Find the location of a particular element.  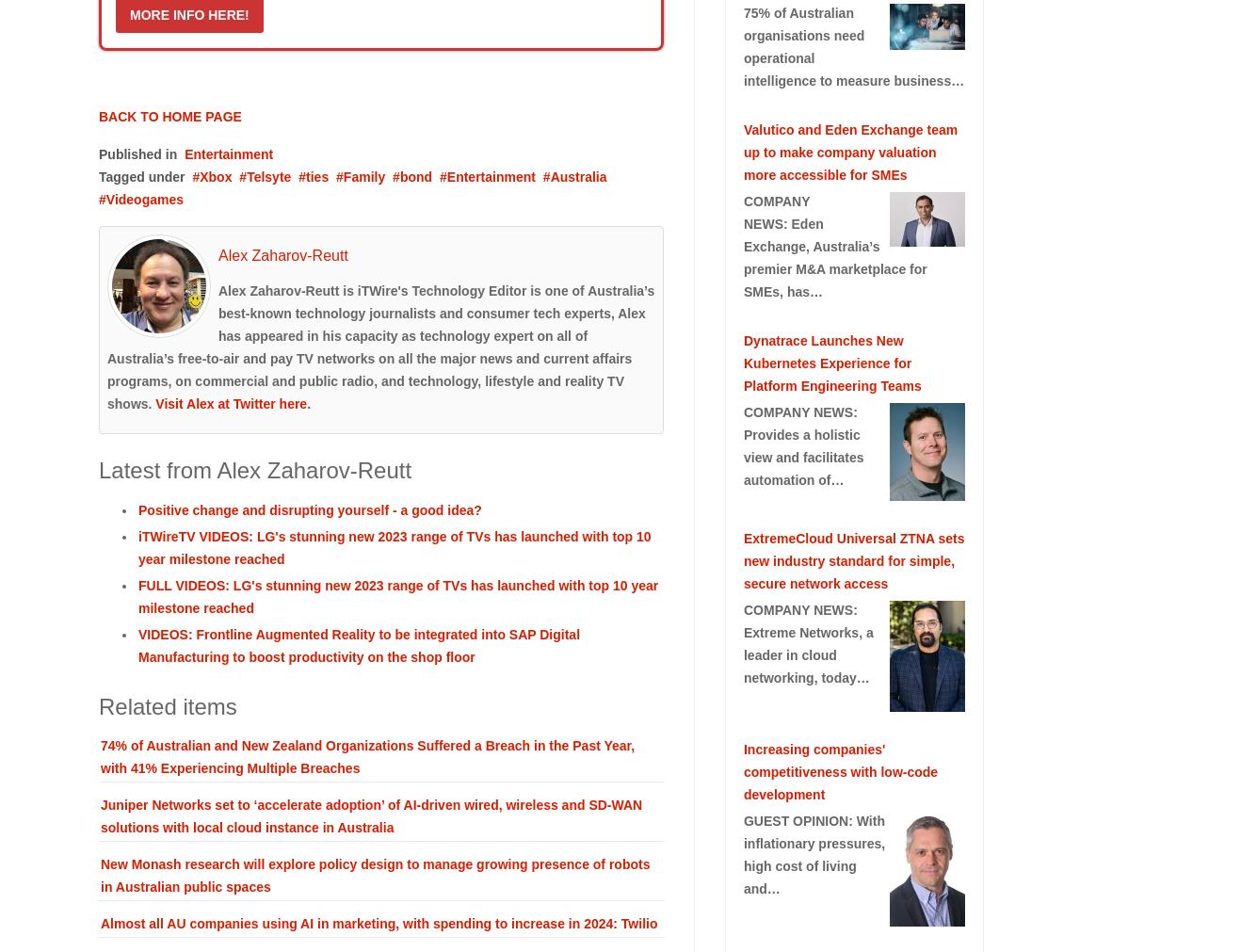

'FULL VIDEOS: LG's stunning new 2023 range of TVs has launched with top 10 year milestone reached' is located at coordinates (397, 595).